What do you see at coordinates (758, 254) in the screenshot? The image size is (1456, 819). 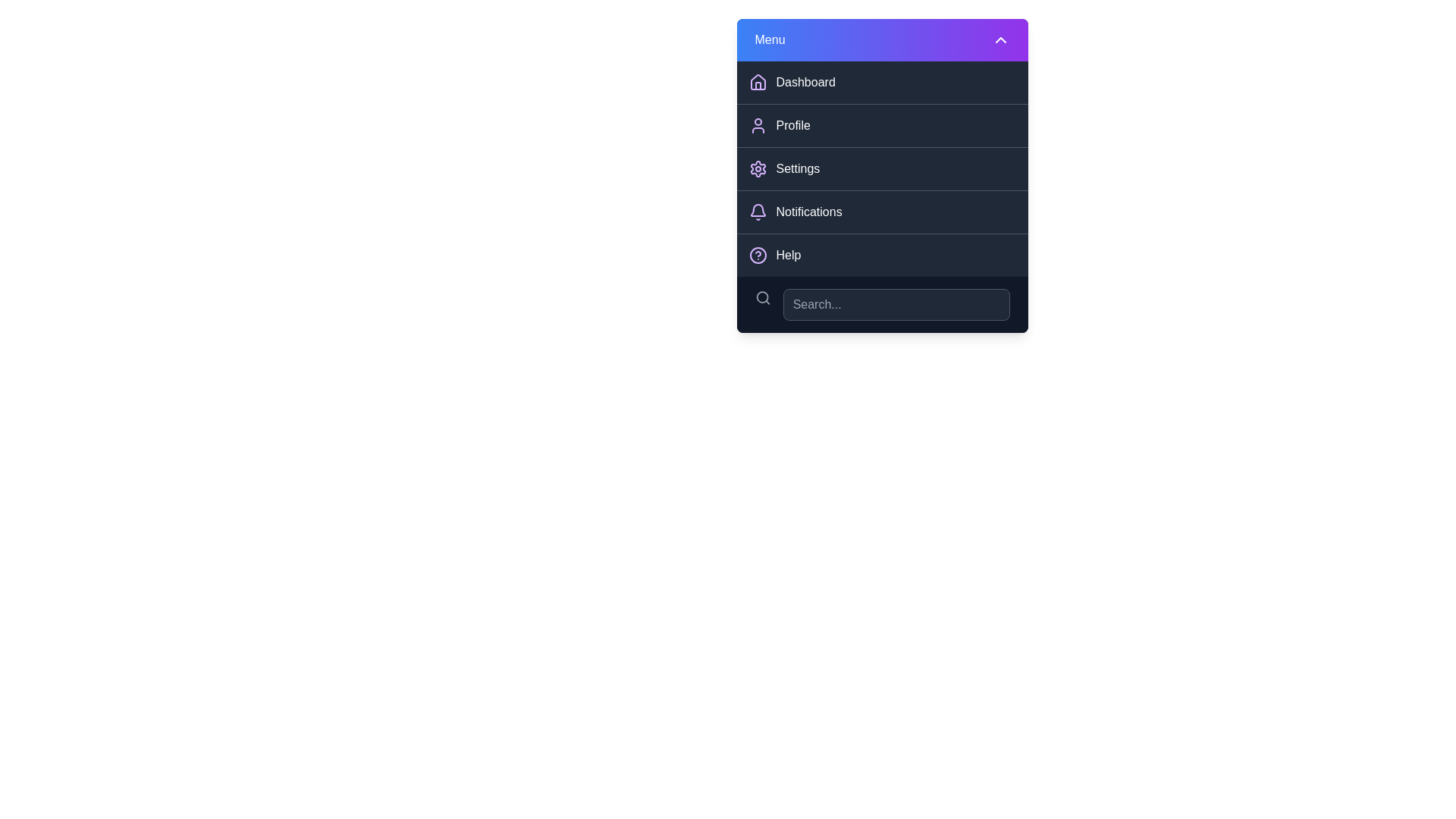 I see `the central circle of the help icon, which is the fifth item in the vertical list of menu options` at bounding box center [758, 254].